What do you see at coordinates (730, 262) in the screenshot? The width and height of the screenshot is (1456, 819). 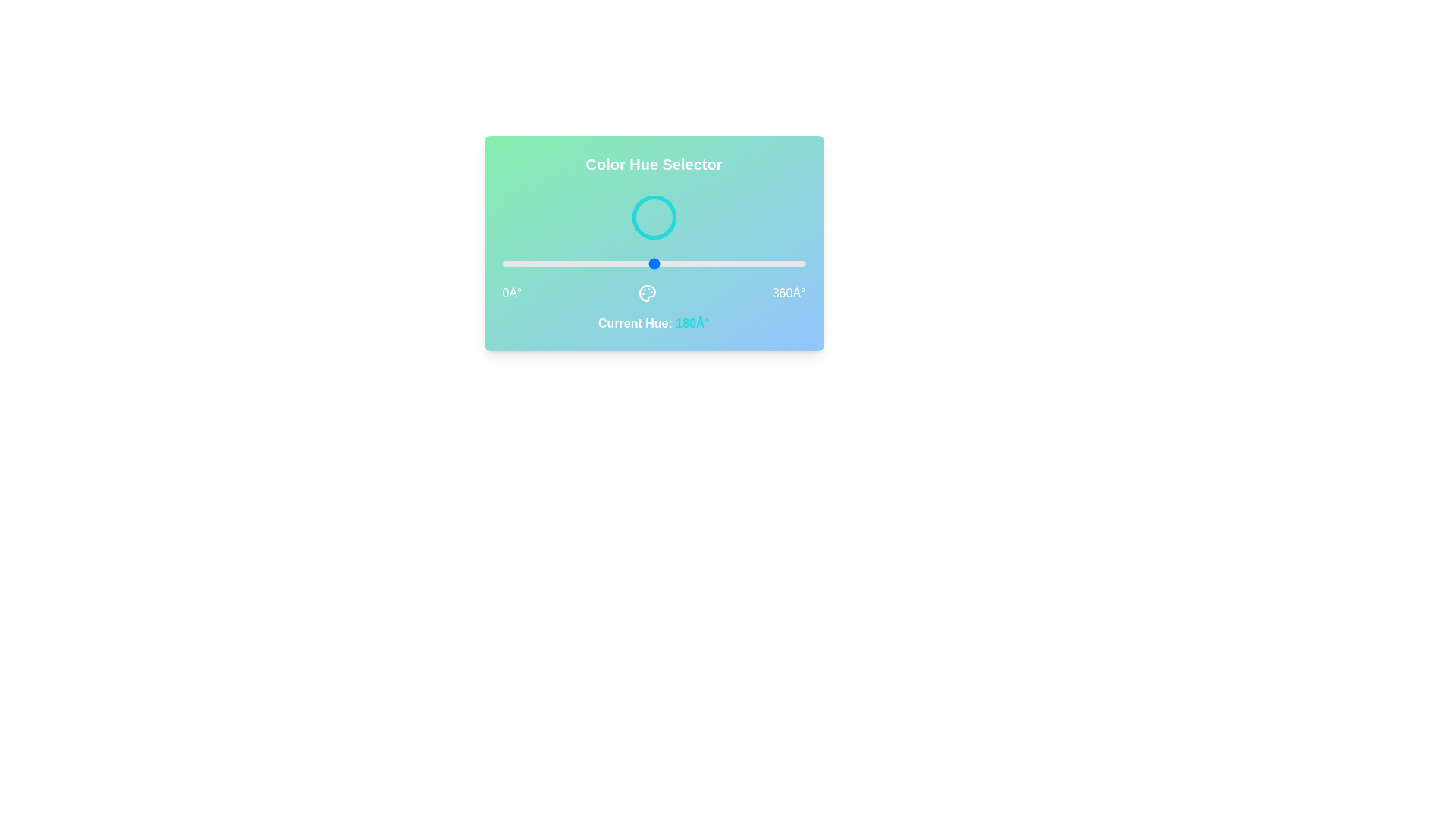 I see `the hue value to 270 by interacting with the slider` at bounding box center [730, 262].